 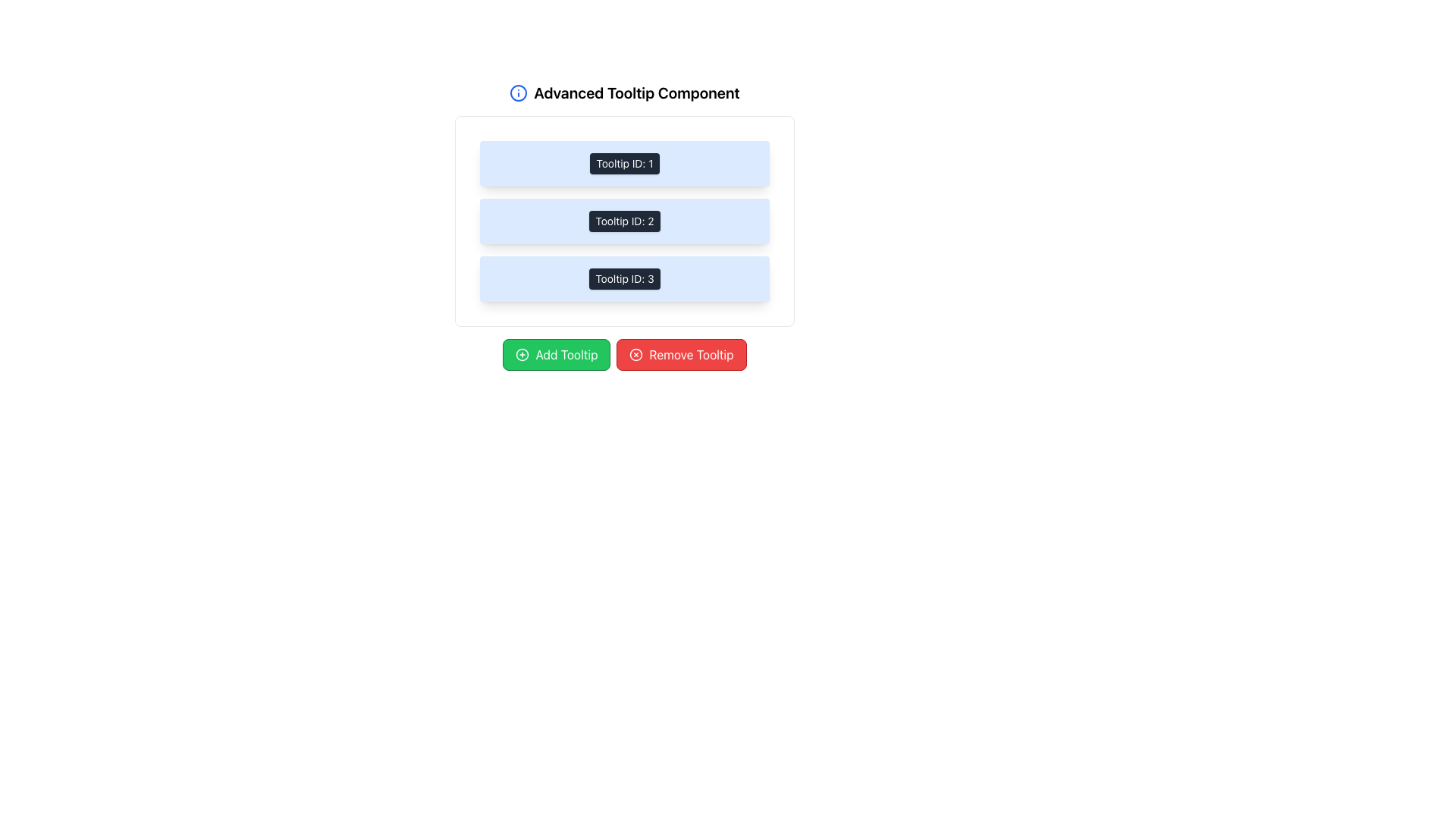 What do you see at coordinates (522, 354) in the screenshot?
I see `the circular element that is part of the plus sign icon located to the left of the green 'Add Tooltip' button` at bounding box center [522, 354].